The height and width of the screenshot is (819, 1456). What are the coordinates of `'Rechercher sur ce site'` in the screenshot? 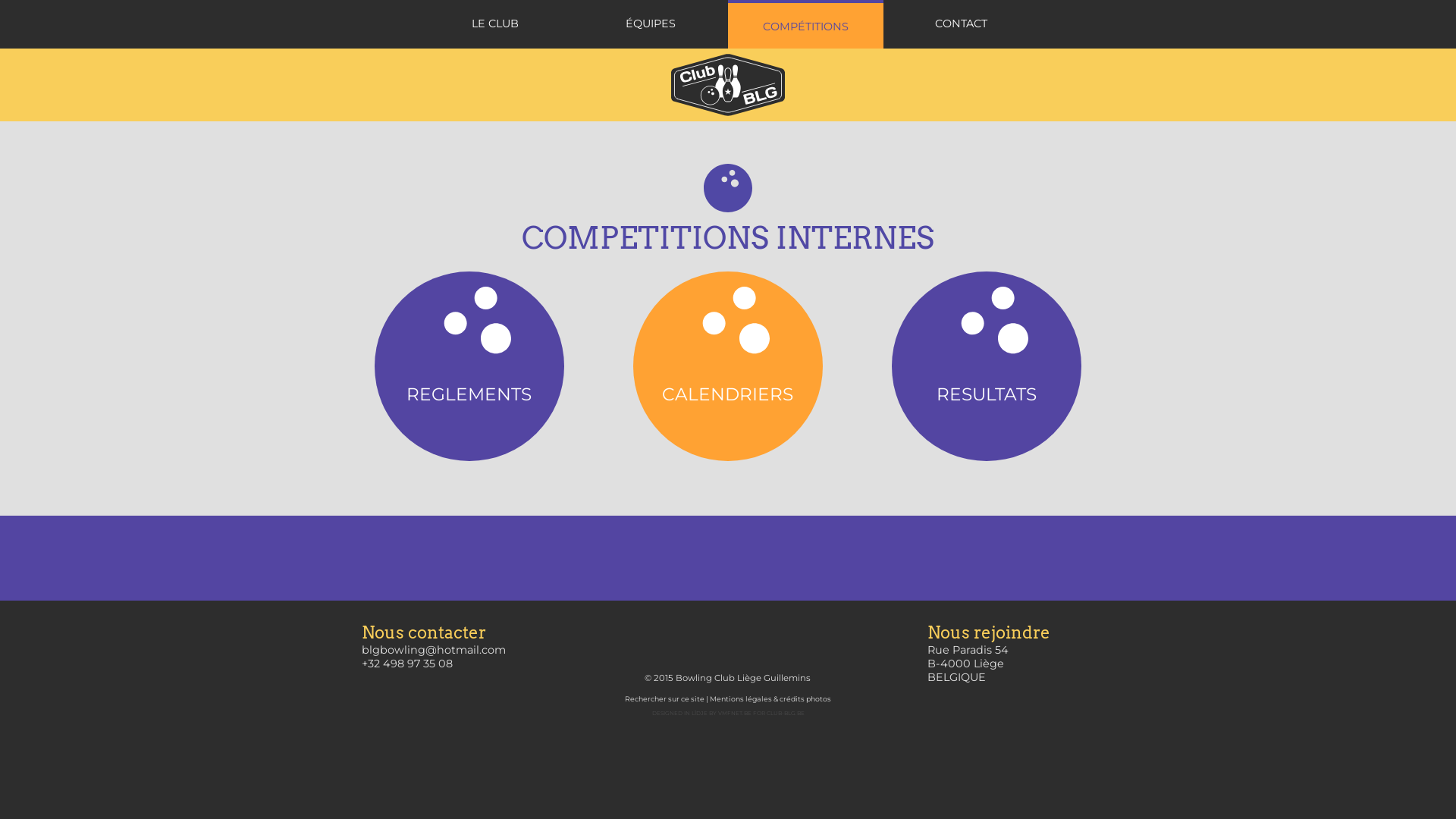 It's located at (664, 698).